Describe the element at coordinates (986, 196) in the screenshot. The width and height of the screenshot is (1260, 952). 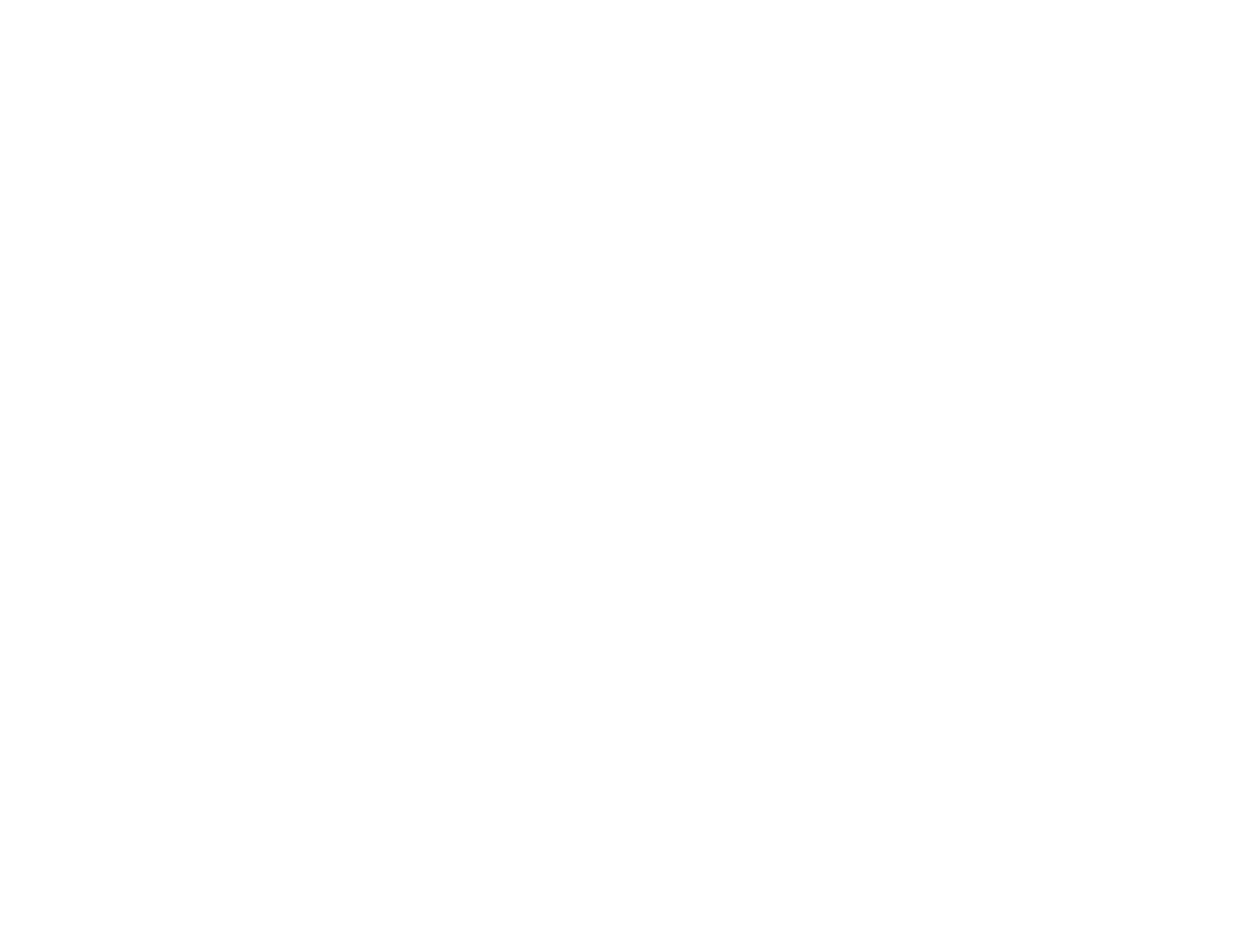
I see `'“The best way to succeed in politics is by having no opinion at all. If you don’t have any opinion, you don’t take the risk of having a wrong opinion.” Banas’ political satire is eye-opening and amusing.'` at that location.